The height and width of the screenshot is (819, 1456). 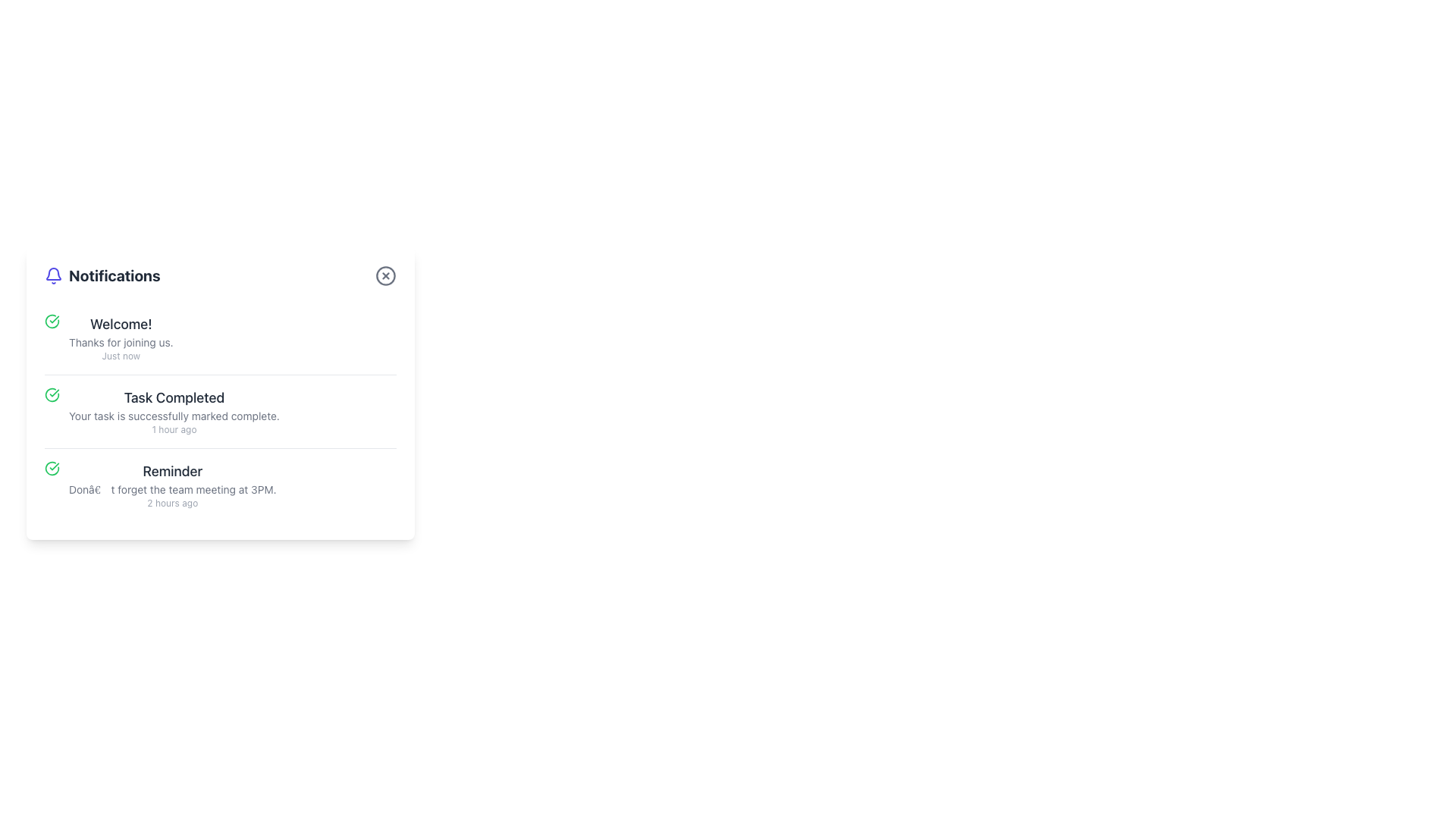 I want to click on the check icon on the completed task notification, which is the second notification in the panel, so click(x=220, y=411).